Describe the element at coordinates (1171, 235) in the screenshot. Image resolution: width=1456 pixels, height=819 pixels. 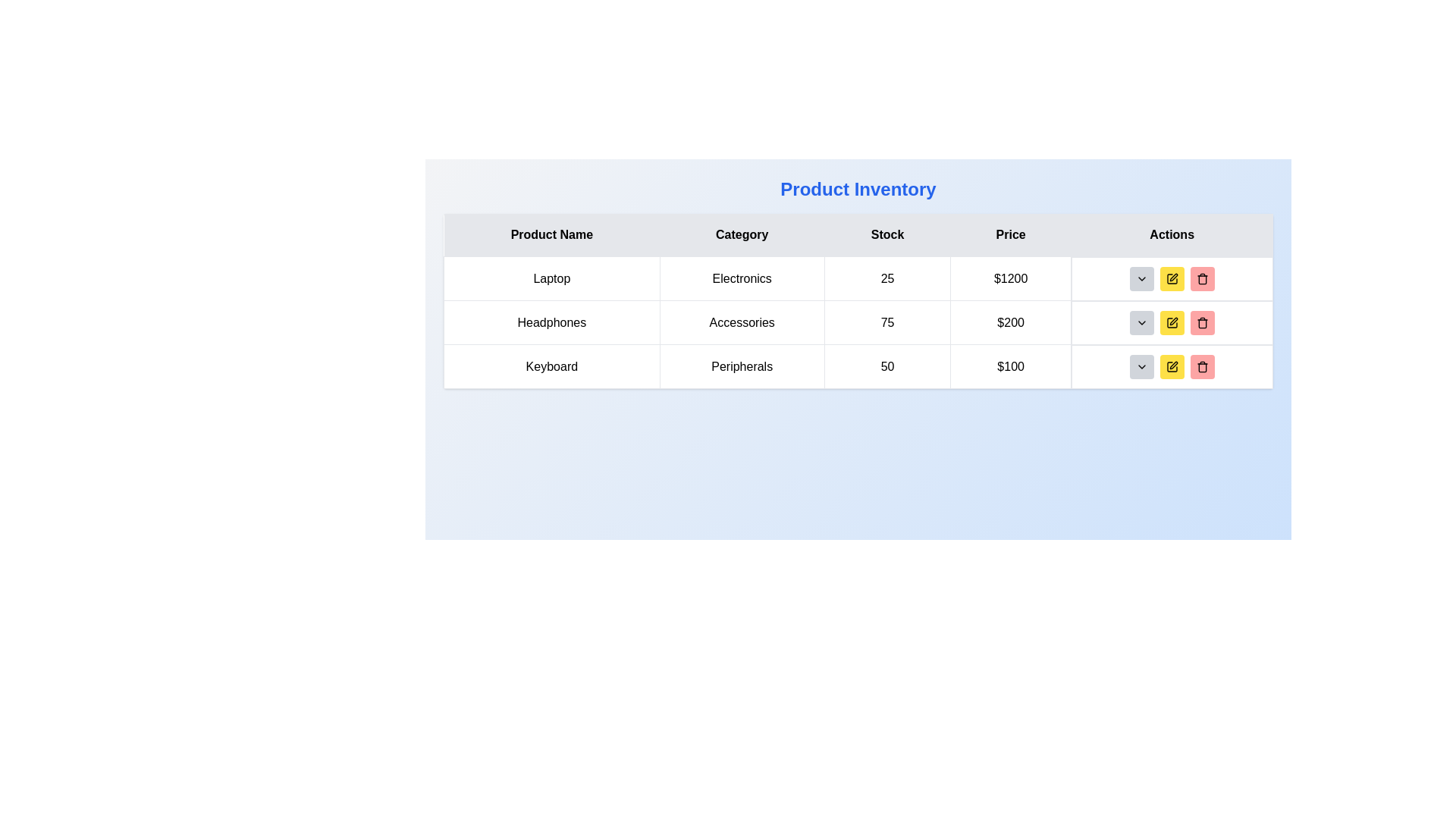
I see `the 'Actions' header, which is the fifth header in the row above the data table, displayed in bold text and aligned with other headers` at that location.